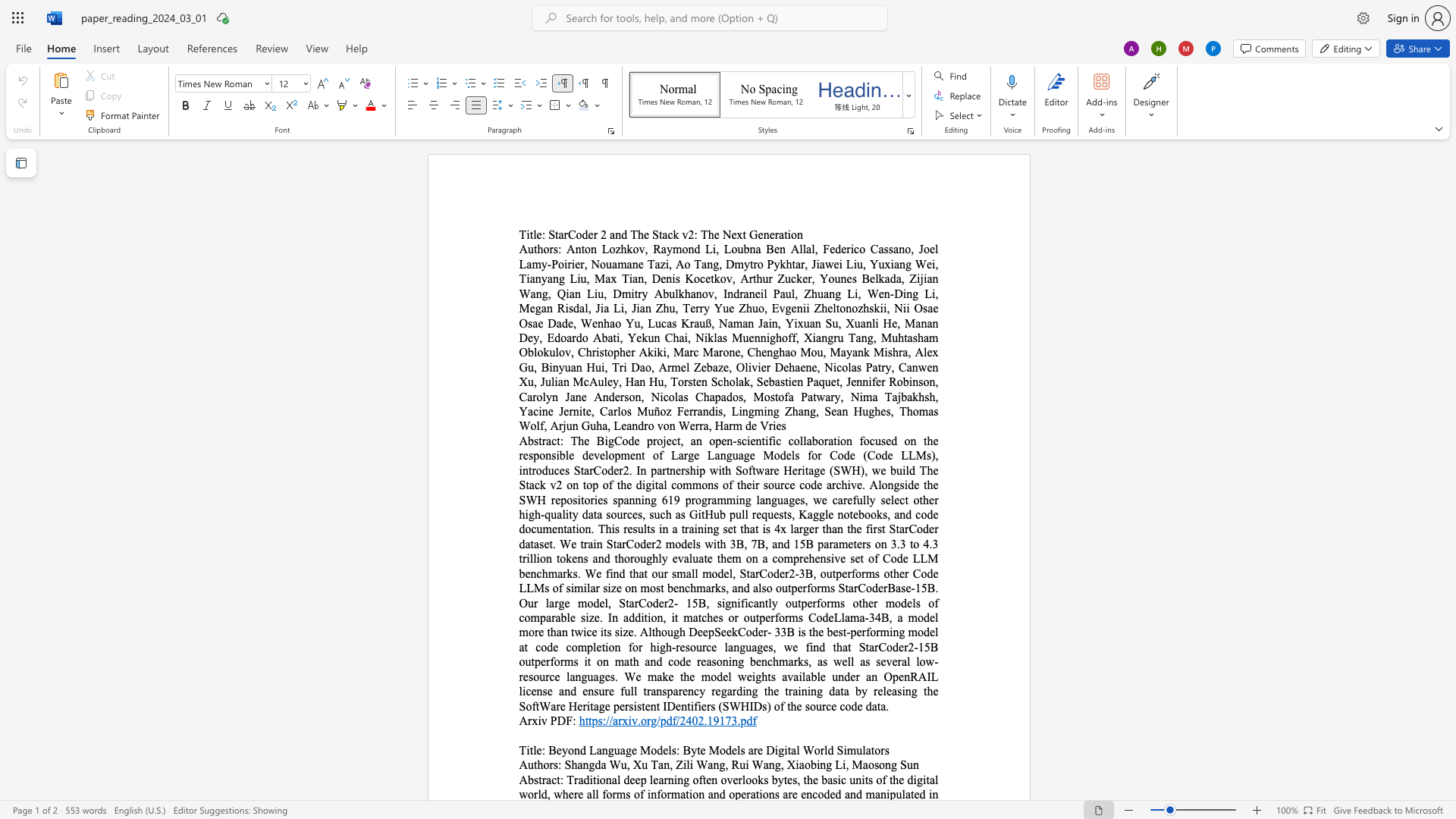  I want to click on the 1th character "D" in the text, so click(770, 749).